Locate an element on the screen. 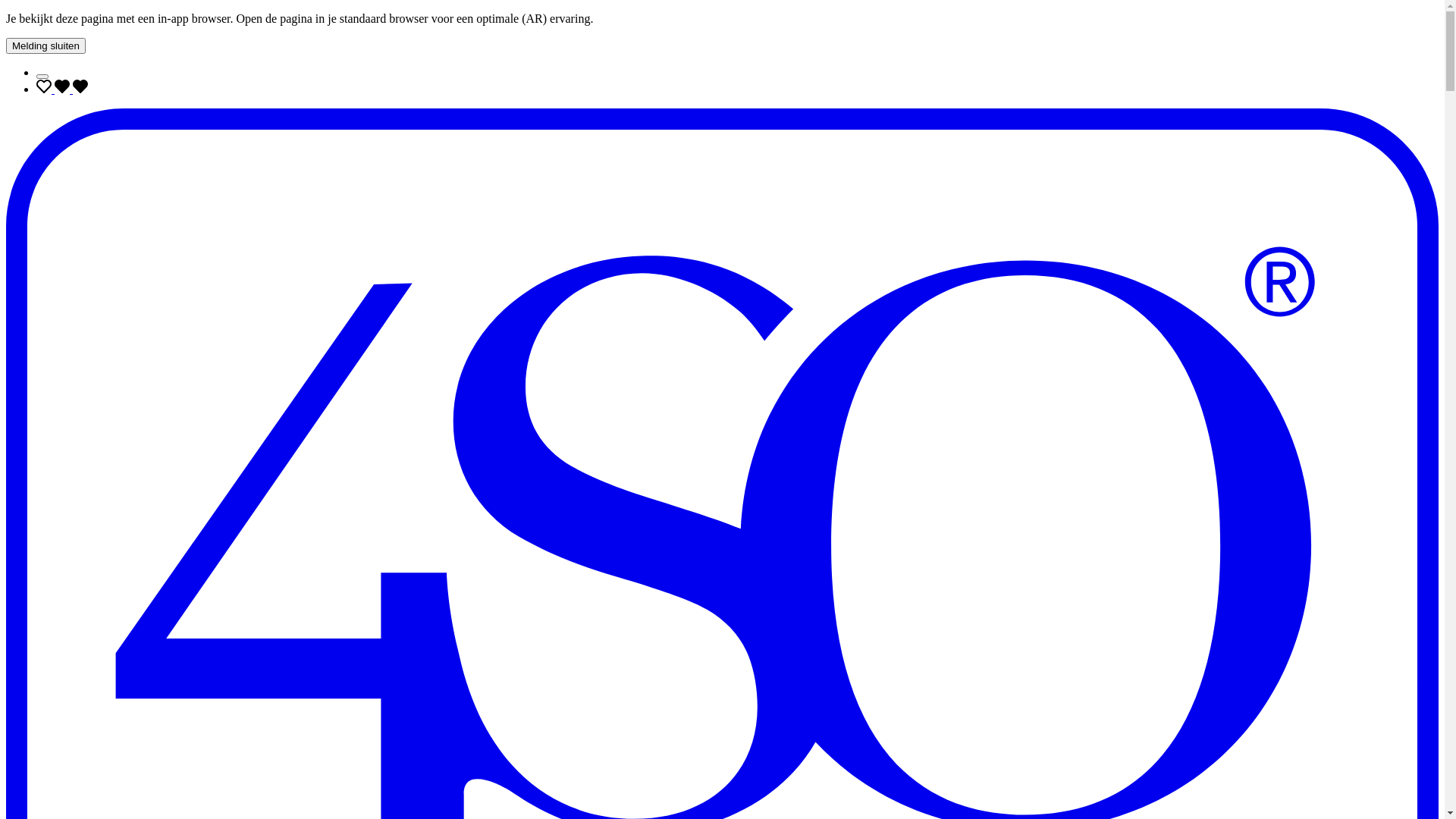 This screenshot has height=819, width=1456. 'Melding sluiten' is located at coordinates (45, 45).